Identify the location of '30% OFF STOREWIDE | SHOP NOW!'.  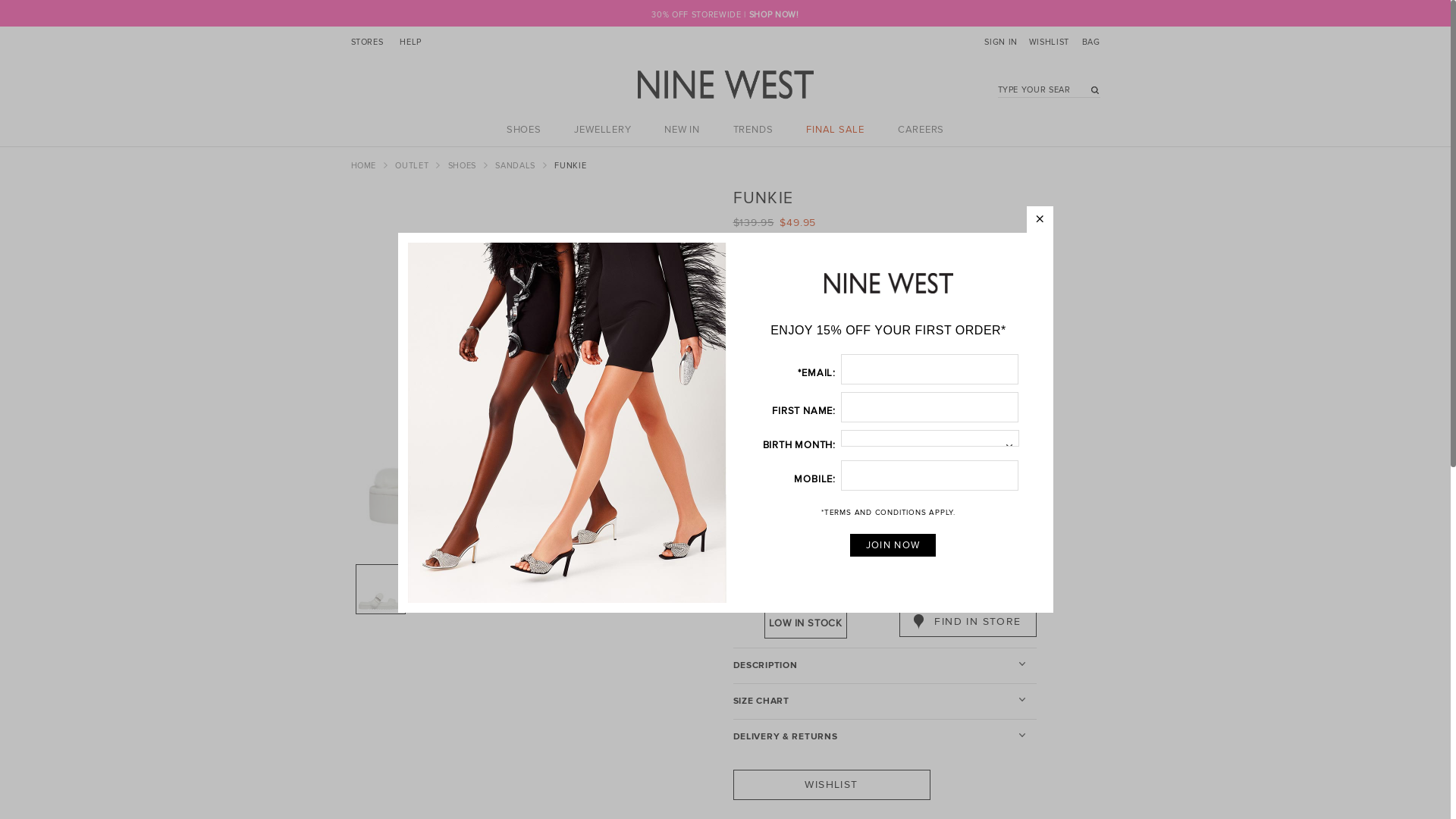
(723, 14).